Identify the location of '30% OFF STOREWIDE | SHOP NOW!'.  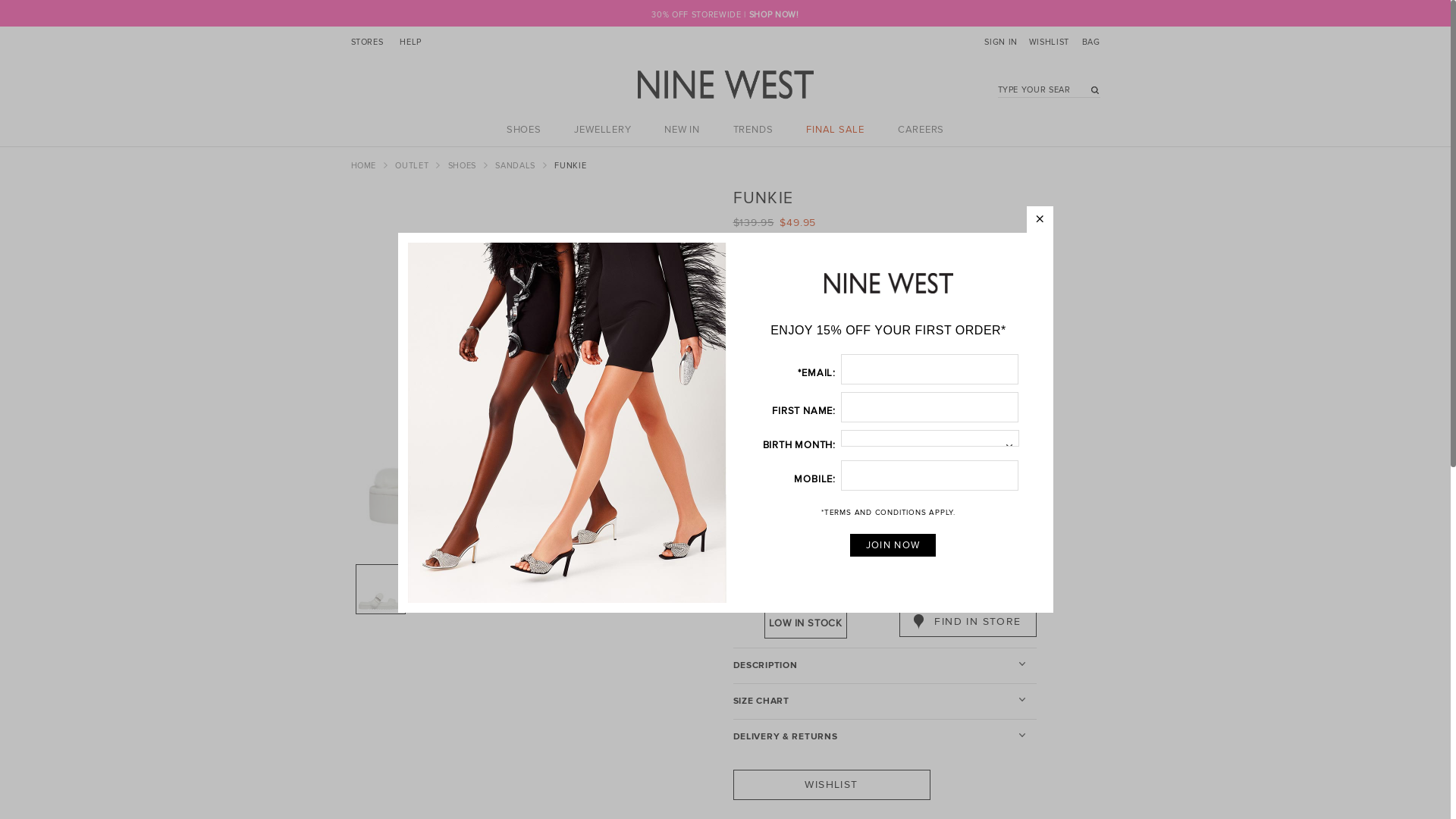
(723, 14).